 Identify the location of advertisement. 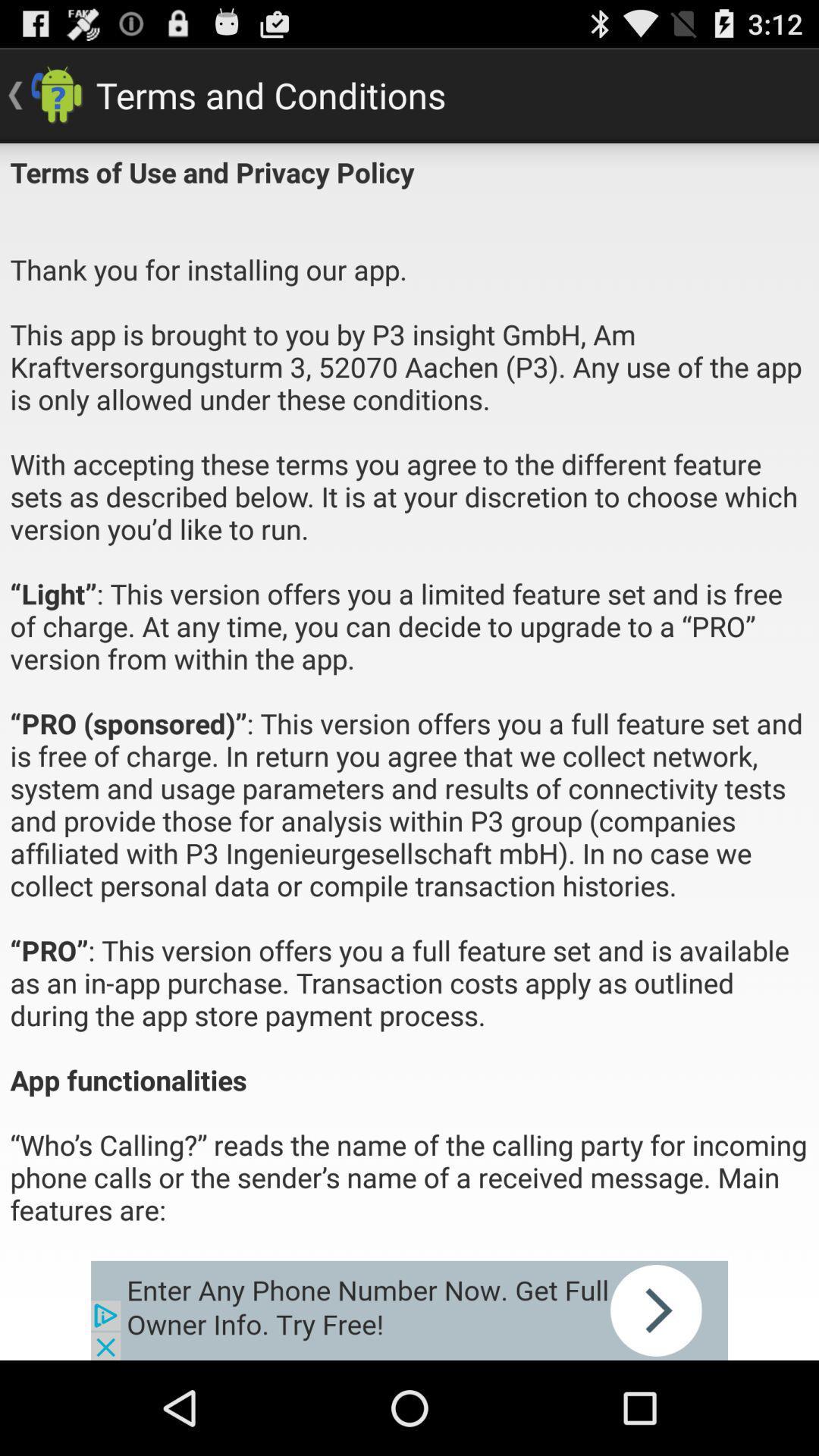
(409, 1310).